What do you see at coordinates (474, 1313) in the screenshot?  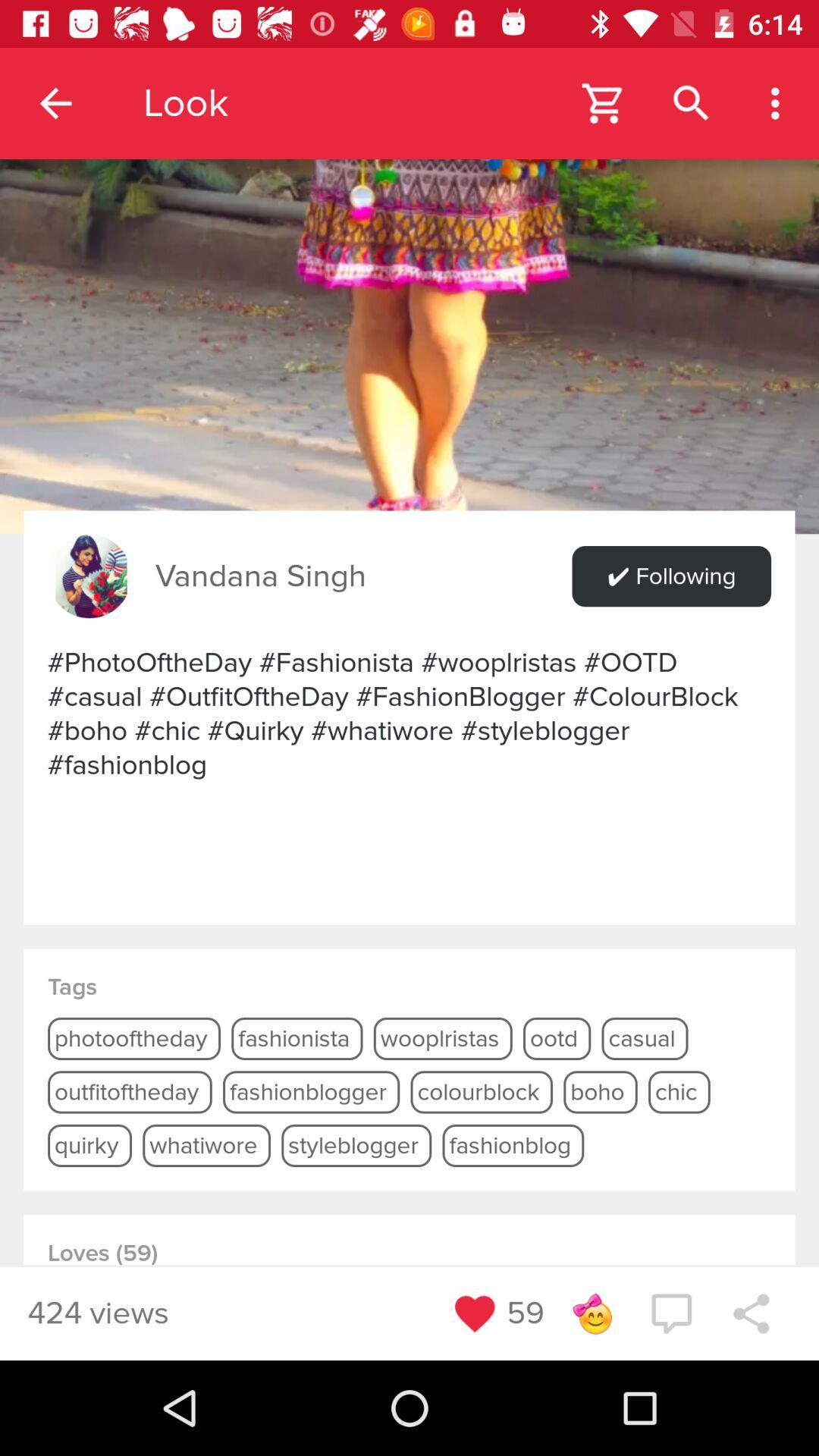 I see `icon to the left of 59 icon` at bounding box center [474, 1313].